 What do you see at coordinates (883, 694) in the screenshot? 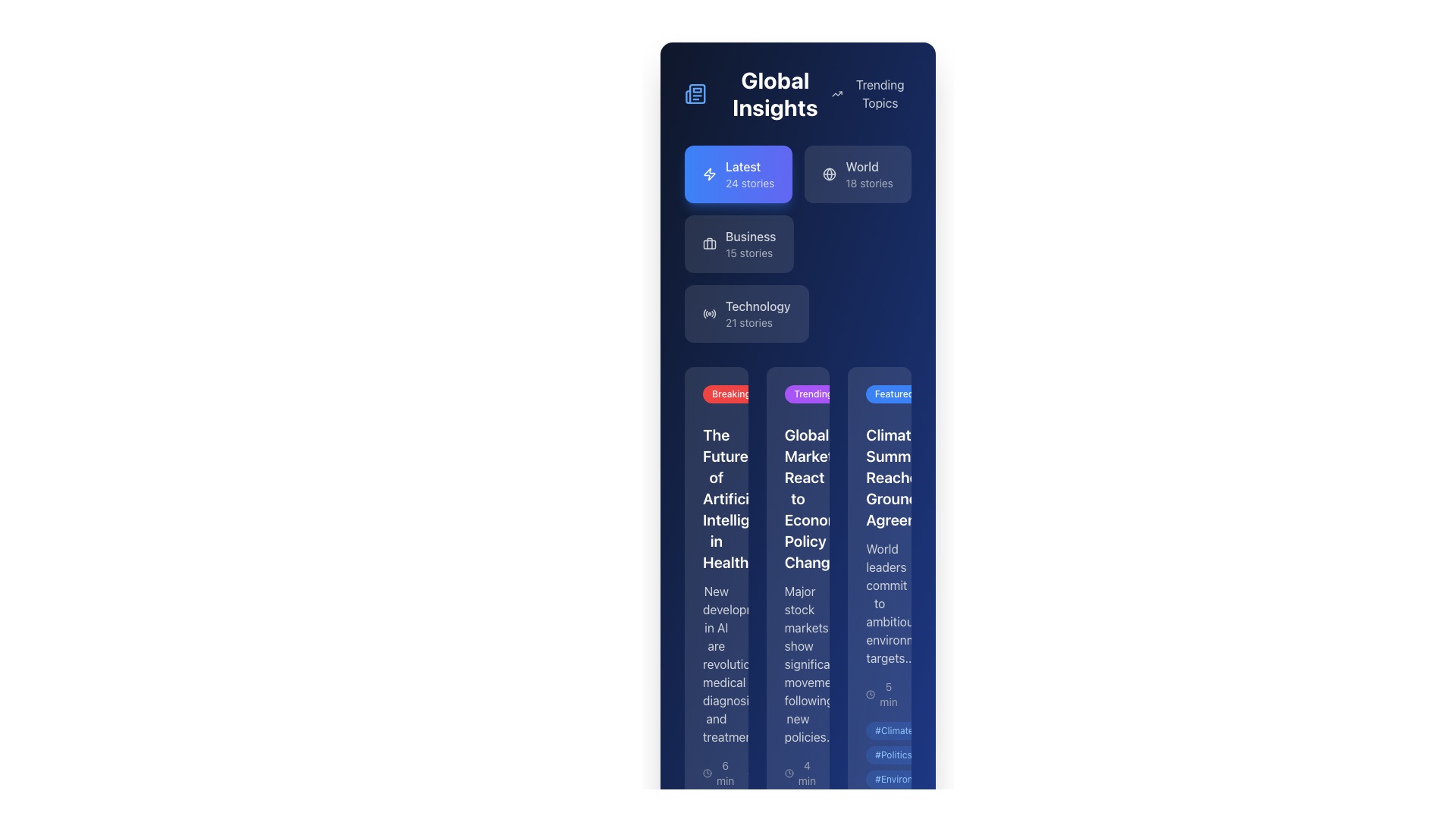
I see `the text label indicating the estimated reading or engagement time for the associated content, located at the bottom of the third vertical section of the interface` at bounding box center [883, 694].